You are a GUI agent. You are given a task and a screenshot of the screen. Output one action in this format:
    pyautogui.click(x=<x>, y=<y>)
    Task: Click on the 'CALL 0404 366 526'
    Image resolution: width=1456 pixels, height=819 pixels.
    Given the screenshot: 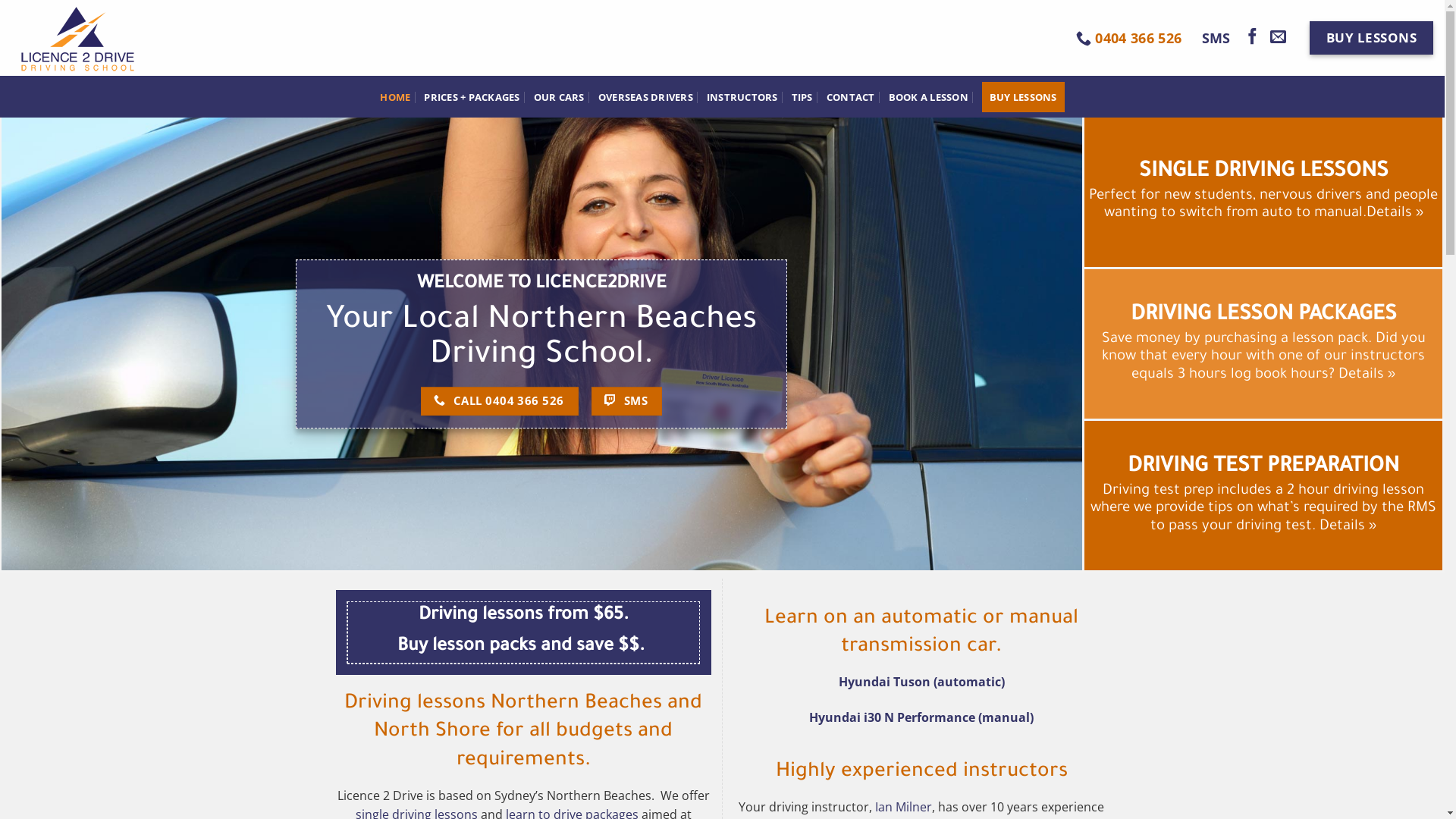 What is the action you would take?
    pyautogui.click(x=499, y=400)
    